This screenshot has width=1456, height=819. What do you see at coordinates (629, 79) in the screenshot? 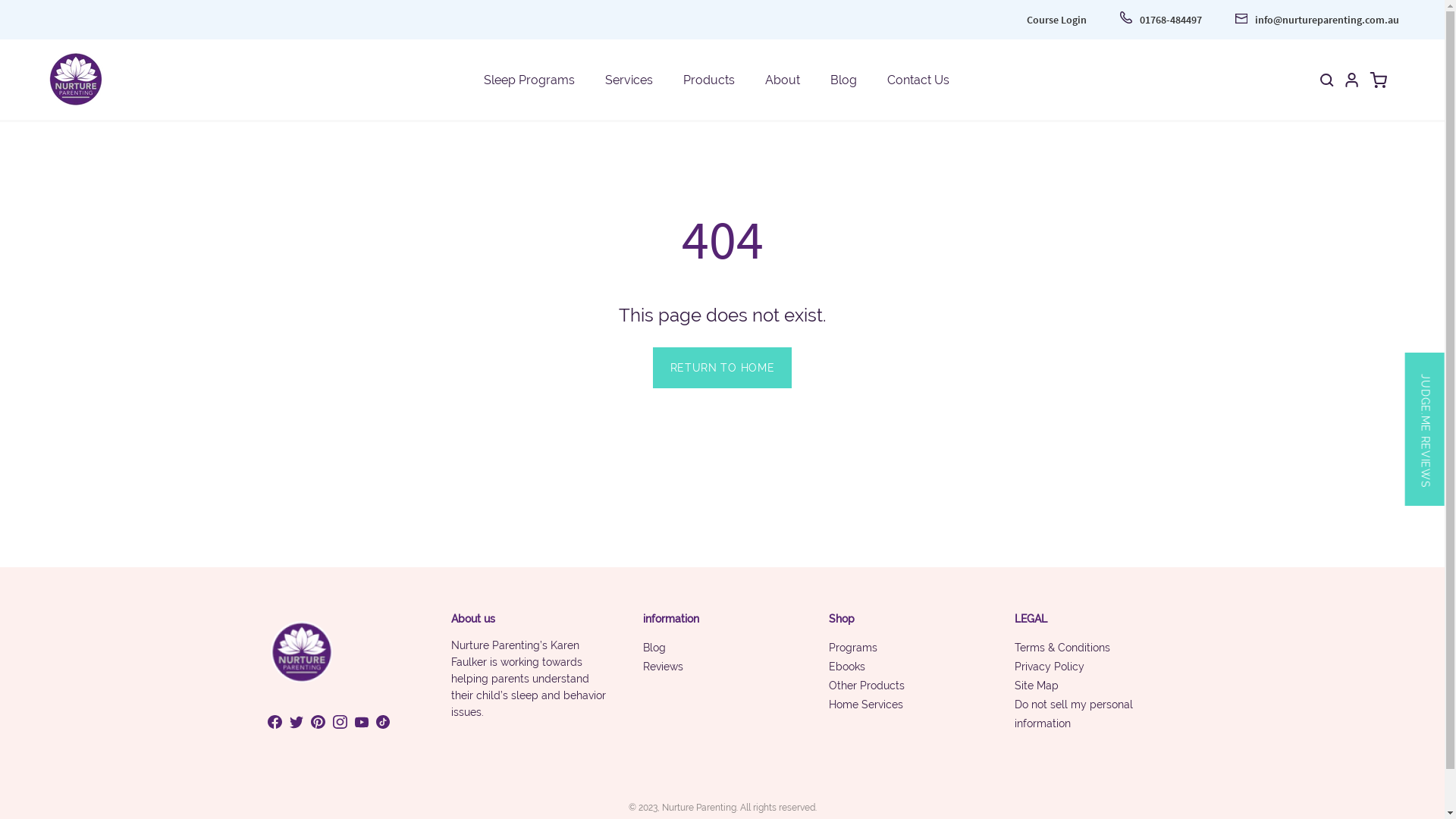
I see `'Services'` at bounding box center [629, 79].